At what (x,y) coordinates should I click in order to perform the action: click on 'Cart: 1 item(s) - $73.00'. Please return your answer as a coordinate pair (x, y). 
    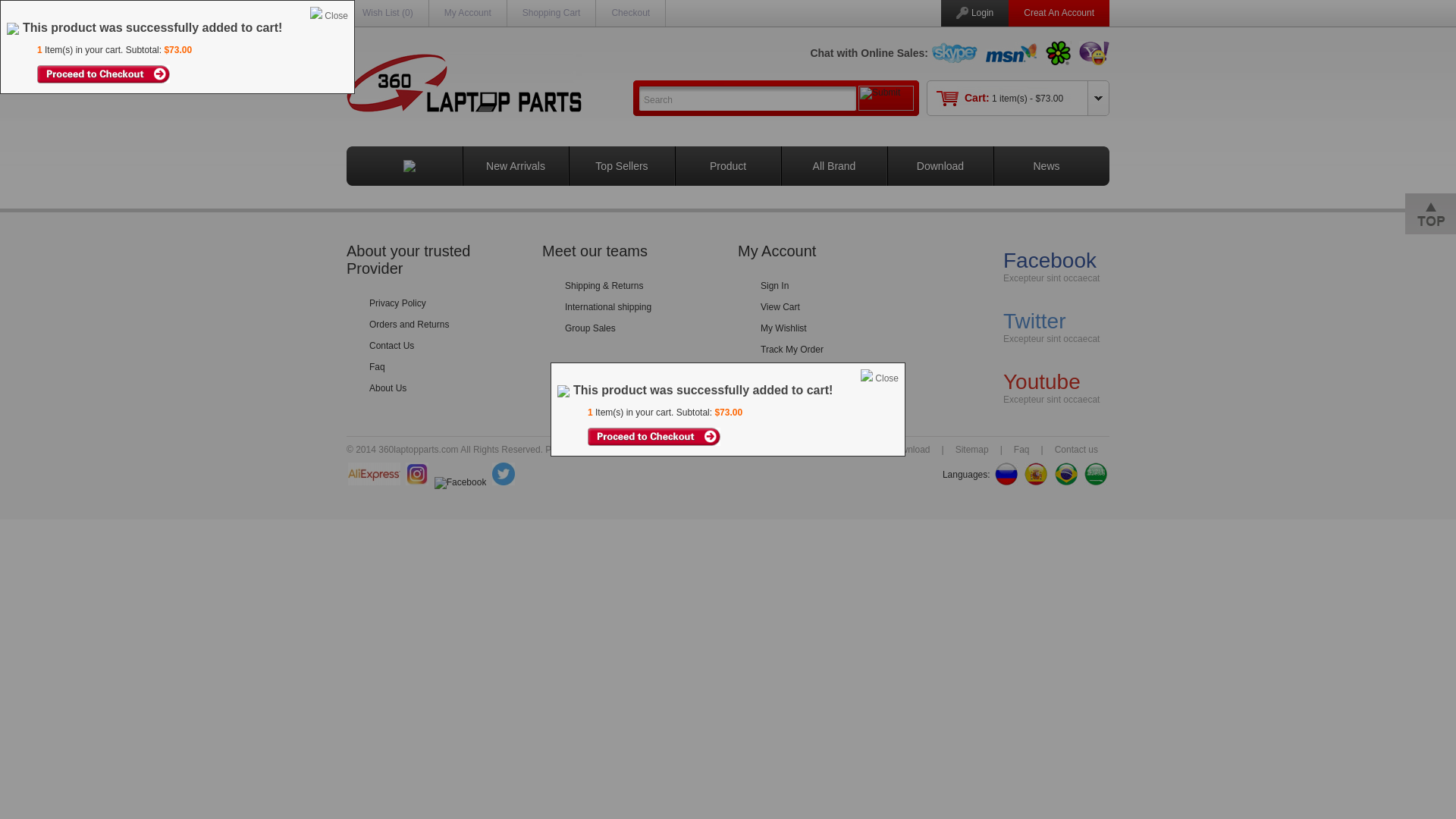
    Looking at the image, I should click on (1014, 99).